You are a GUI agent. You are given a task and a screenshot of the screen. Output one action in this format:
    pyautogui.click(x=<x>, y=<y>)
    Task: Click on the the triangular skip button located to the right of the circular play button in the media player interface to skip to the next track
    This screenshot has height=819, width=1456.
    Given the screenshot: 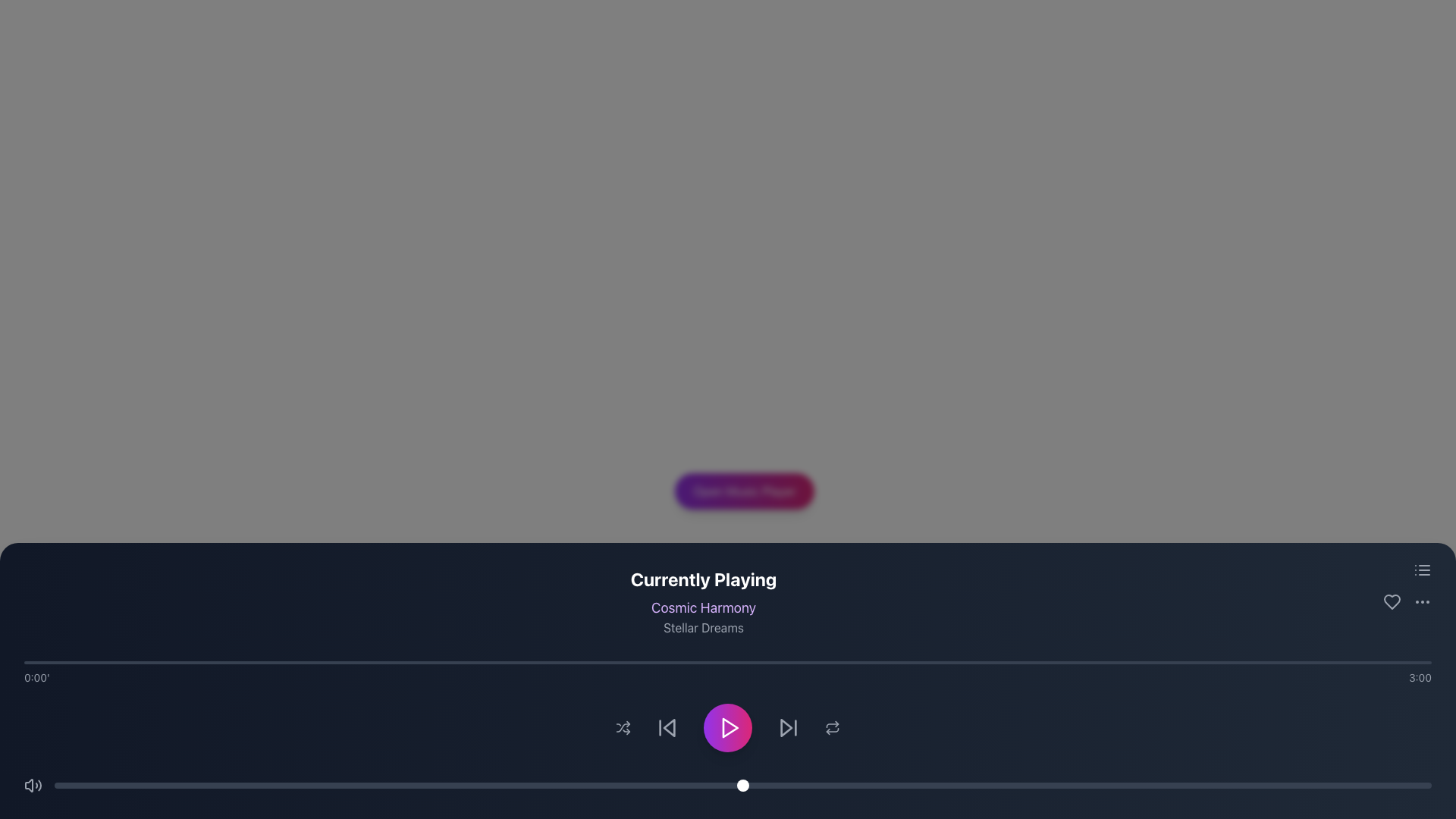 What is the action you would take?
    pyautogui.click(x=786, y=727)
    